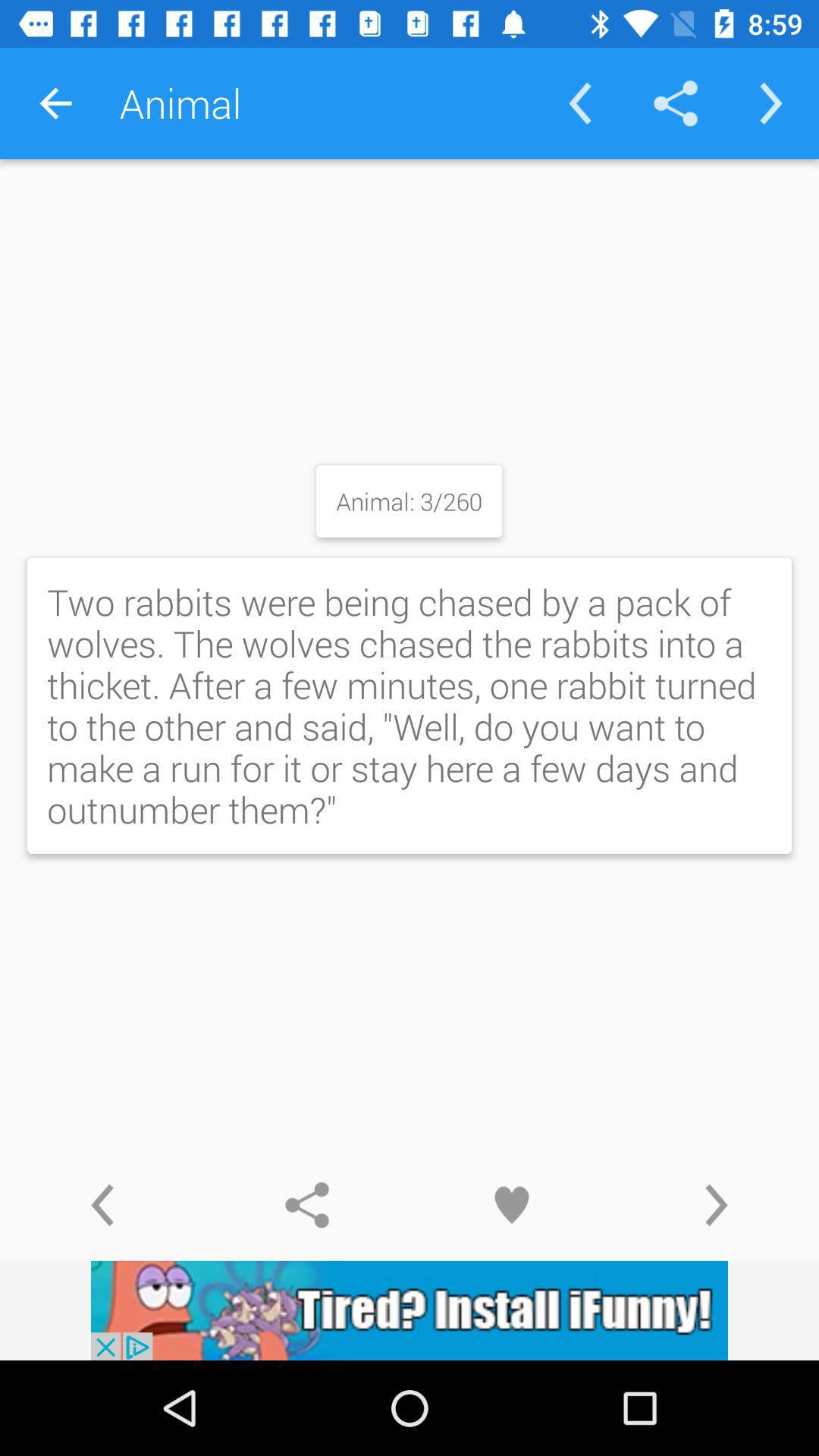 This screenshot has width=819, height=1456. What do you see at coordinates (717, 1204) in the screenshot?
I see `next joke` at bounding box center [717, 1204].